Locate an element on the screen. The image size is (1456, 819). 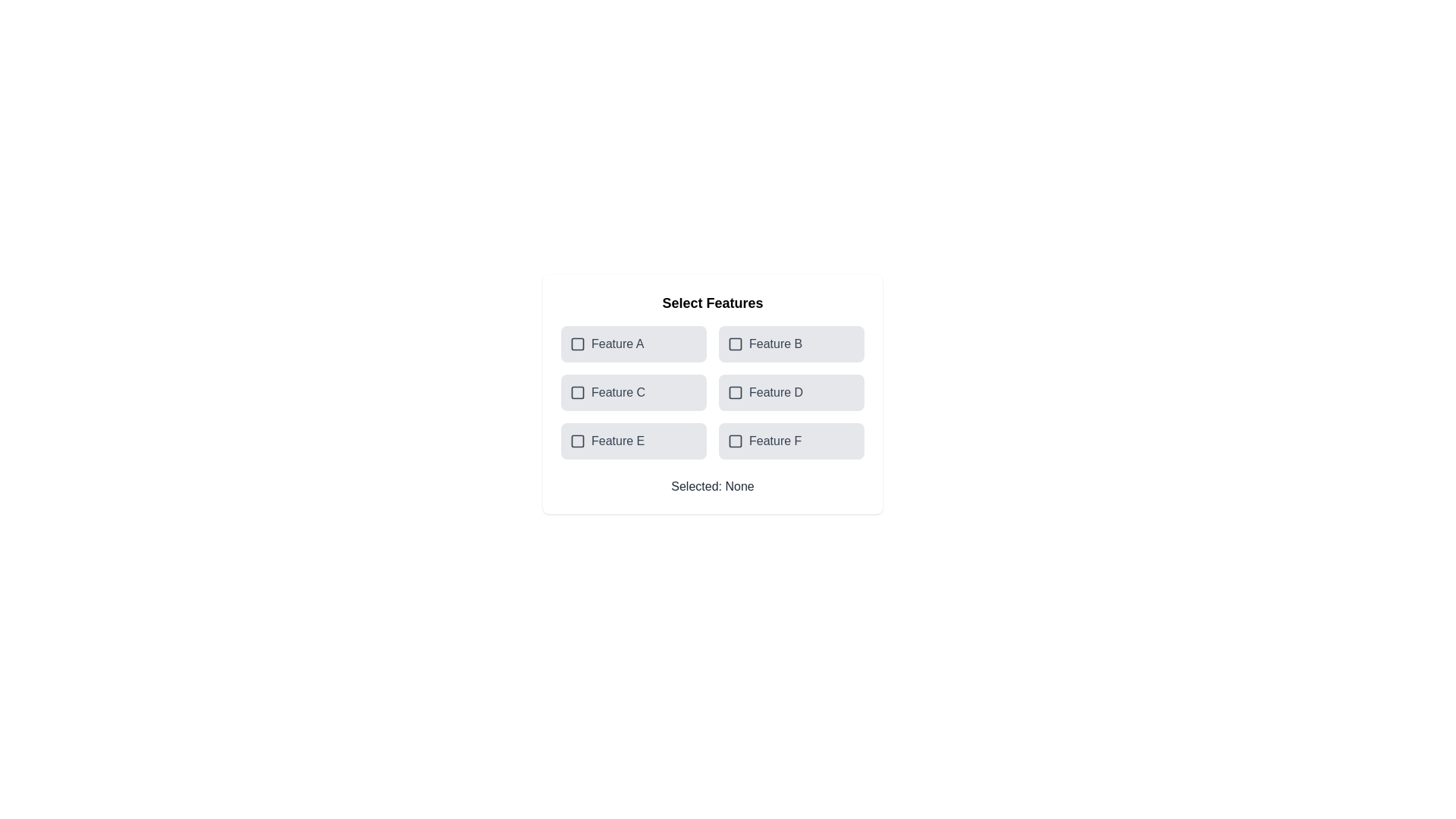
the checkbox icon with a dark border and transparent background located next to the text labeled 'Feature A' is located at coordinates (577, 344).